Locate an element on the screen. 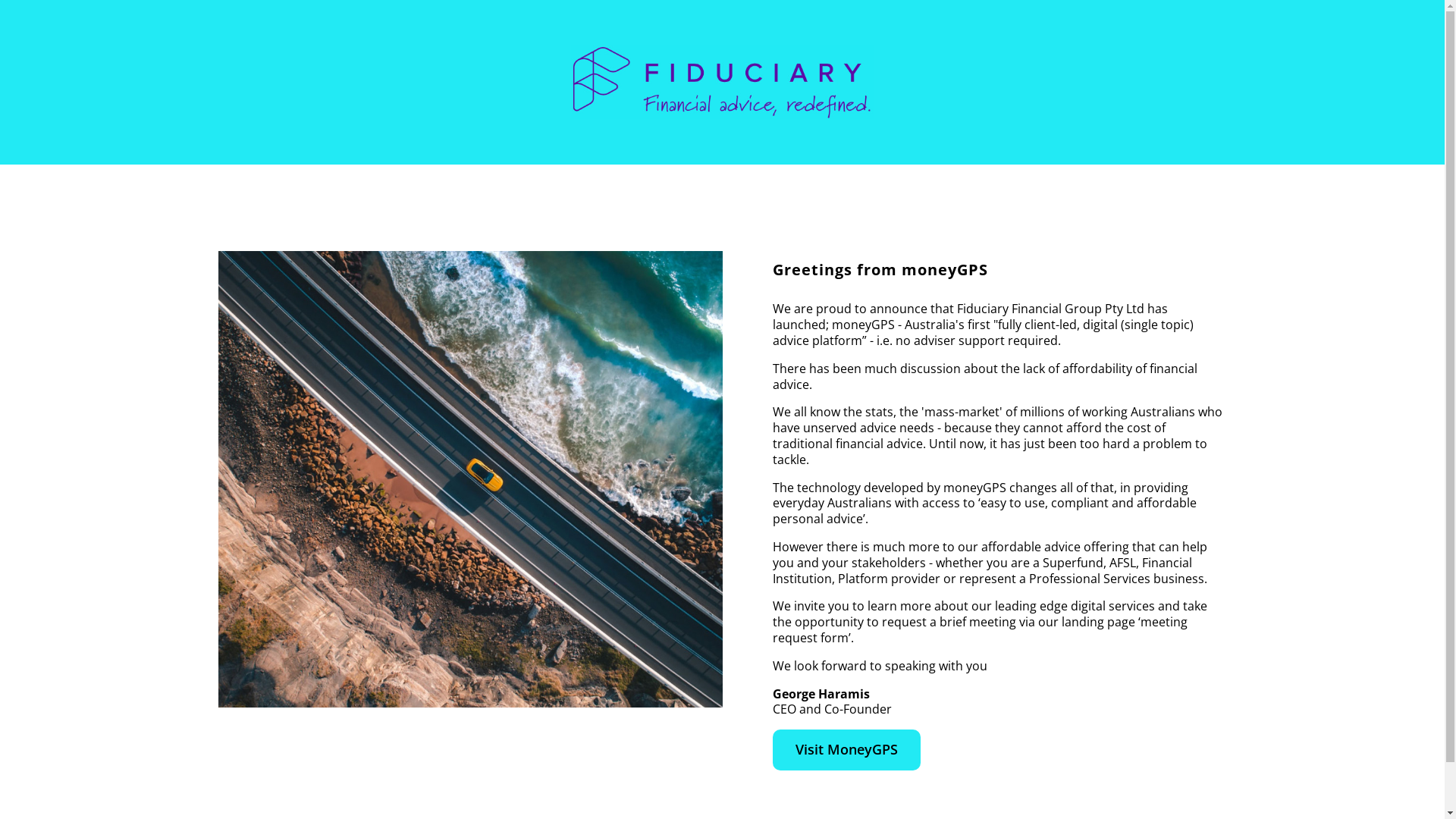 This screenshot has width=1456, height=819. 'Visit MoneyGPS' is located at coordinates (846, 748).